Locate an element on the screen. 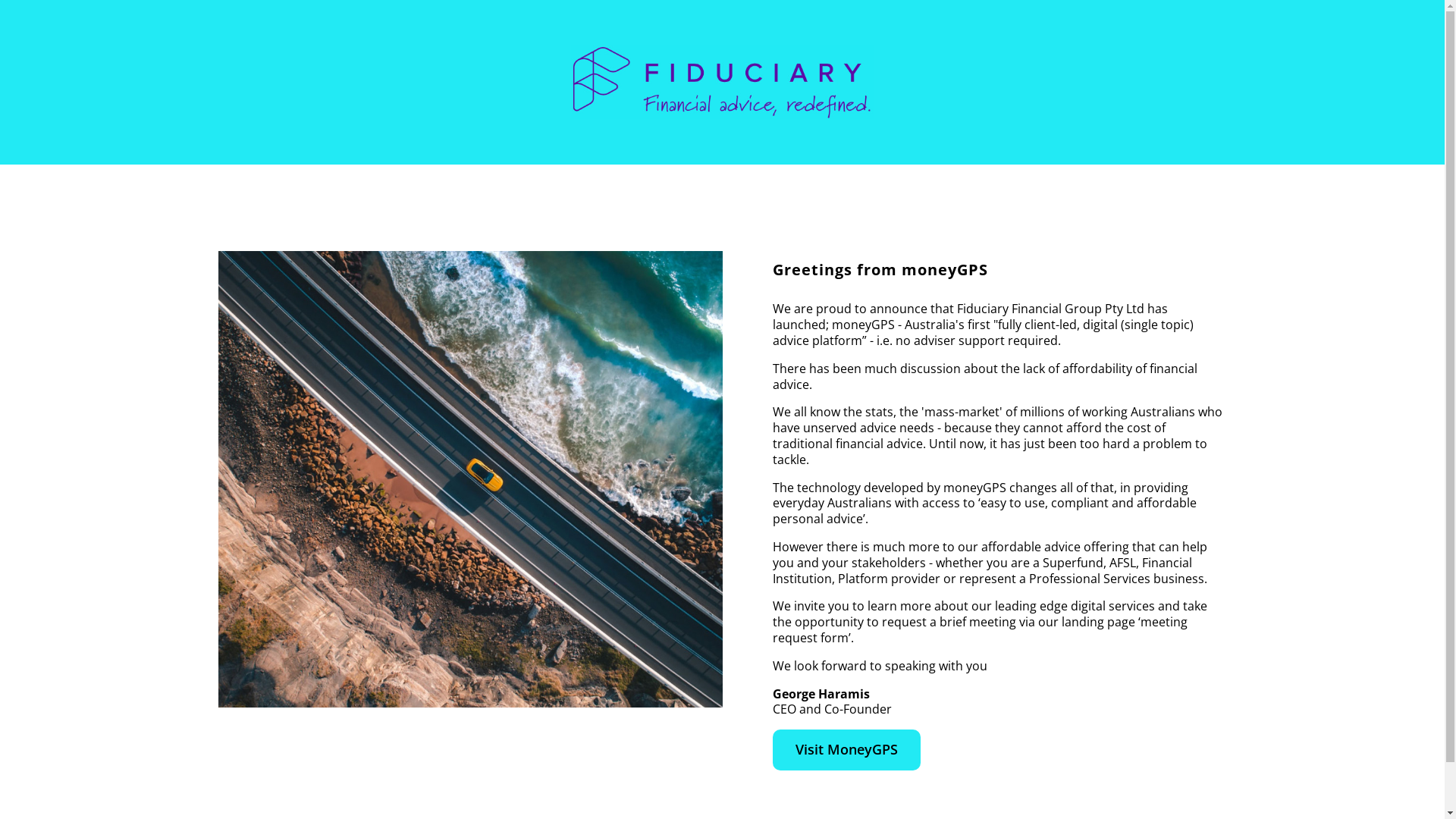 This screenshot has width=1456, height=819. 'Visit MoneyGPS' is located at coordinates (846, 748).